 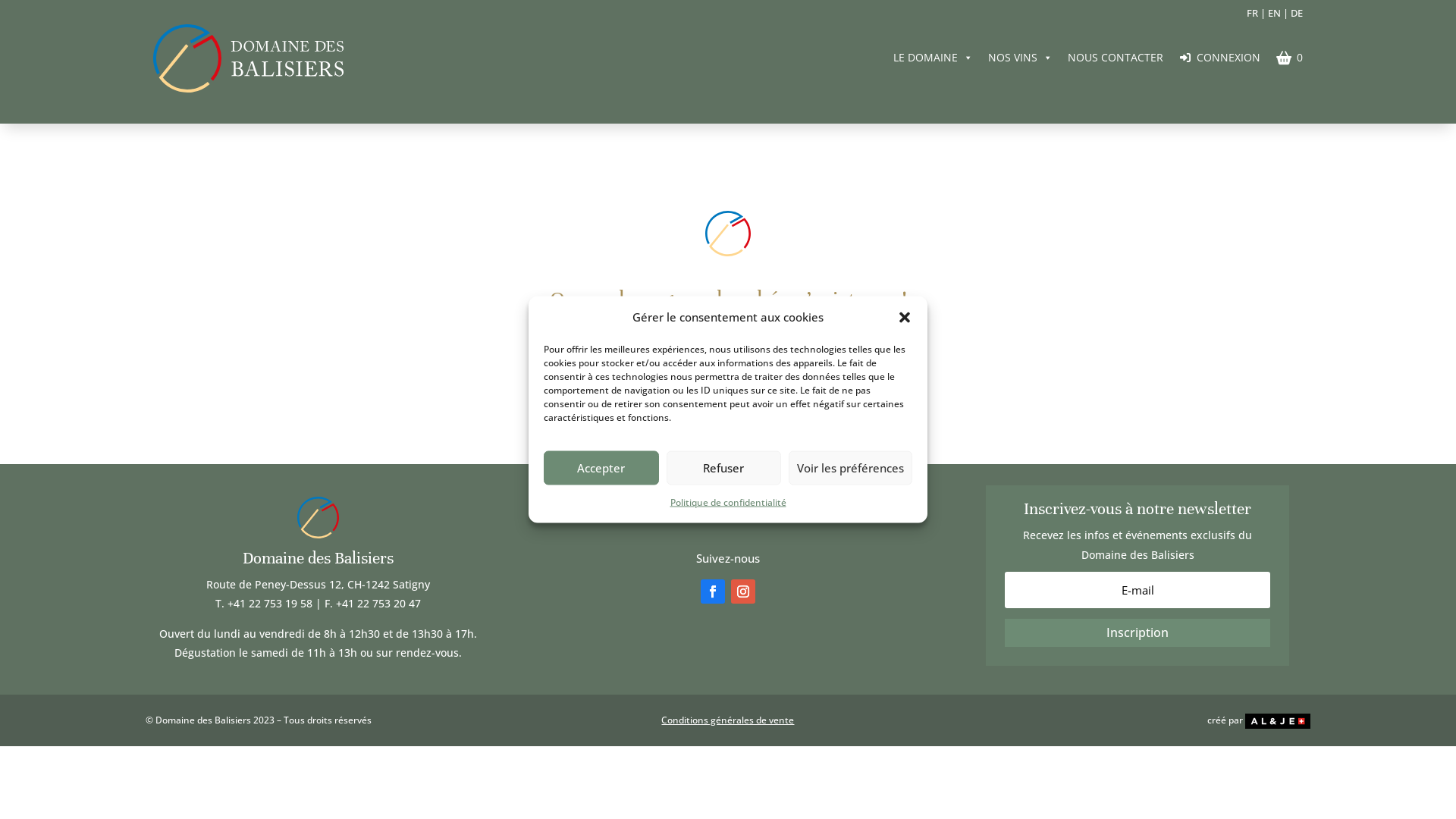 I want to click on 'NOUS CONTACTER', so click(x=1115, y=55).